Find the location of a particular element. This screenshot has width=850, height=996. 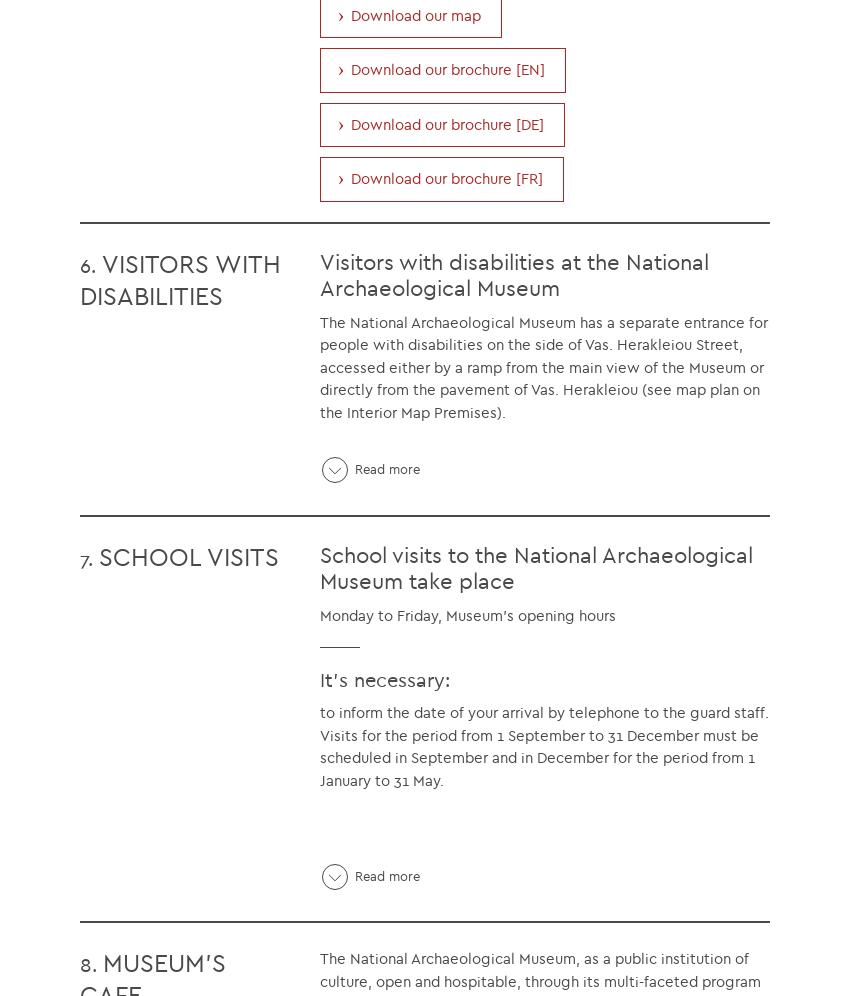

'VISITORS WITH DISABILITIES' is located at coordinates (179, 278).